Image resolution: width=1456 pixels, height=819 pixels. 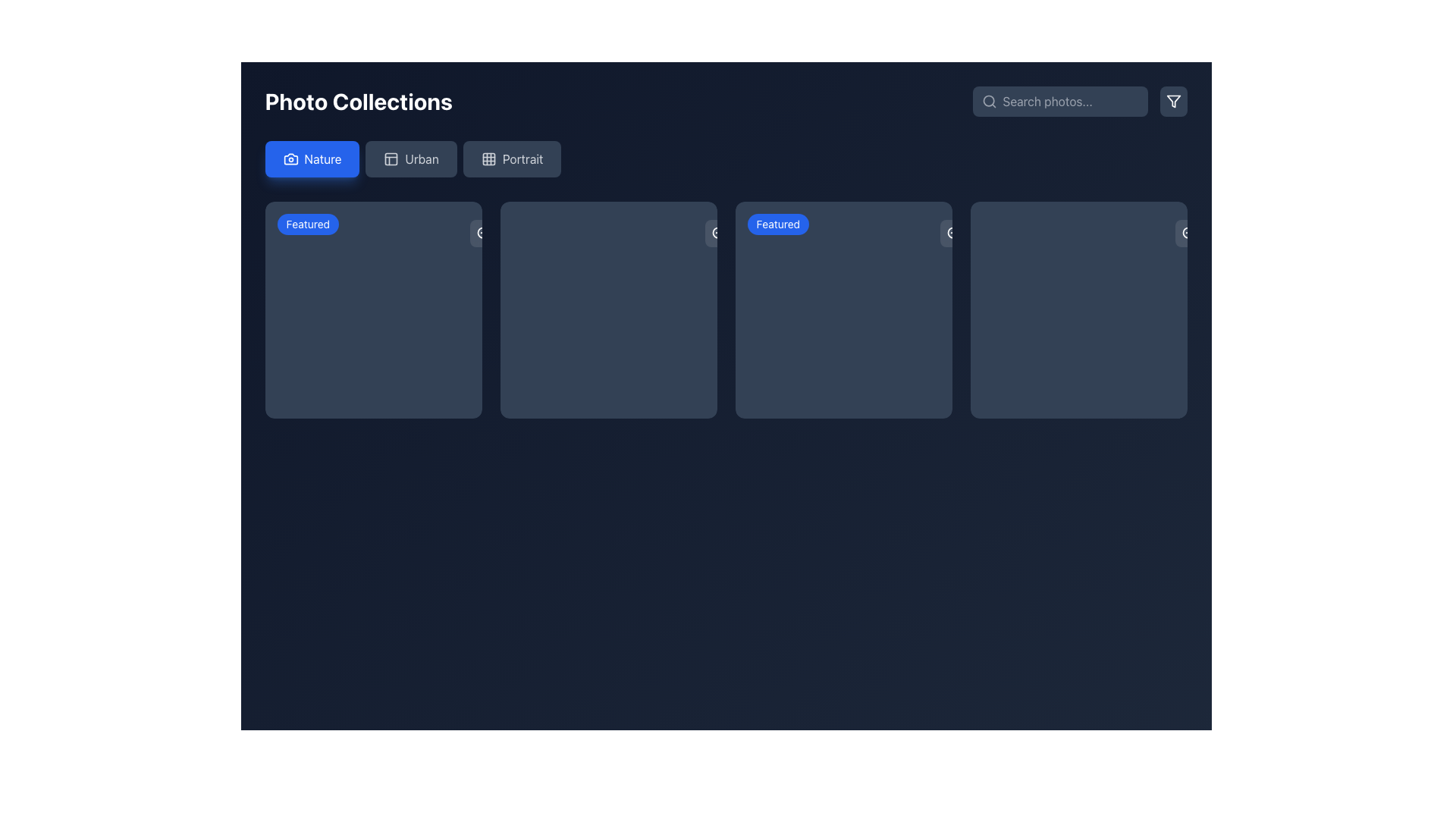 I want to click on the grid icon, which is styled in a minimalist design with nine squares, located inside the 'Portrait' button in the horizontal navigation menu, so click(x=488, y=158).